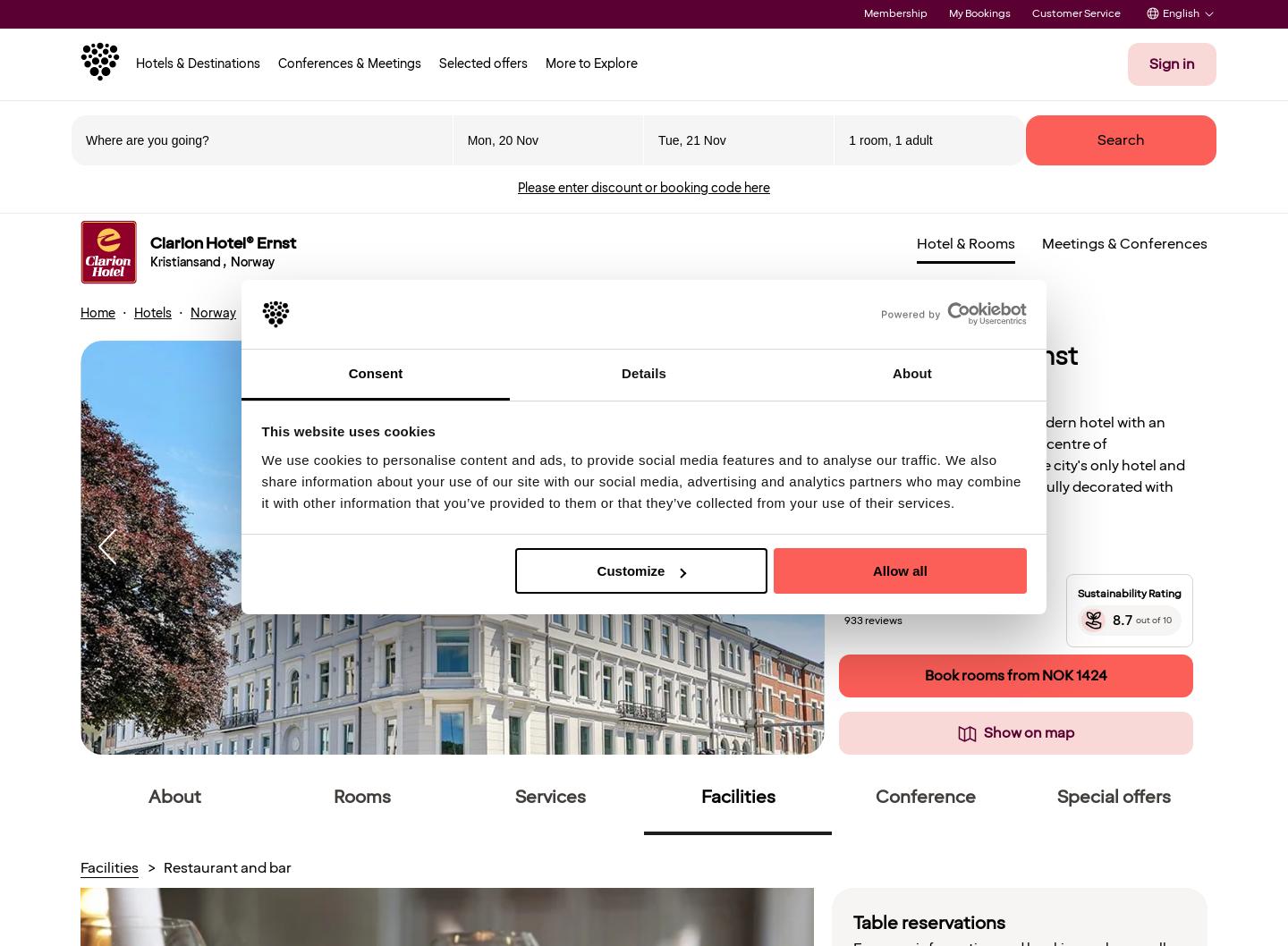 The width and height of the screenshot is (1288, 946). Describe the element at coordinates (291, 312) in the screenshot. I see `'Kristiansand'` at that location.